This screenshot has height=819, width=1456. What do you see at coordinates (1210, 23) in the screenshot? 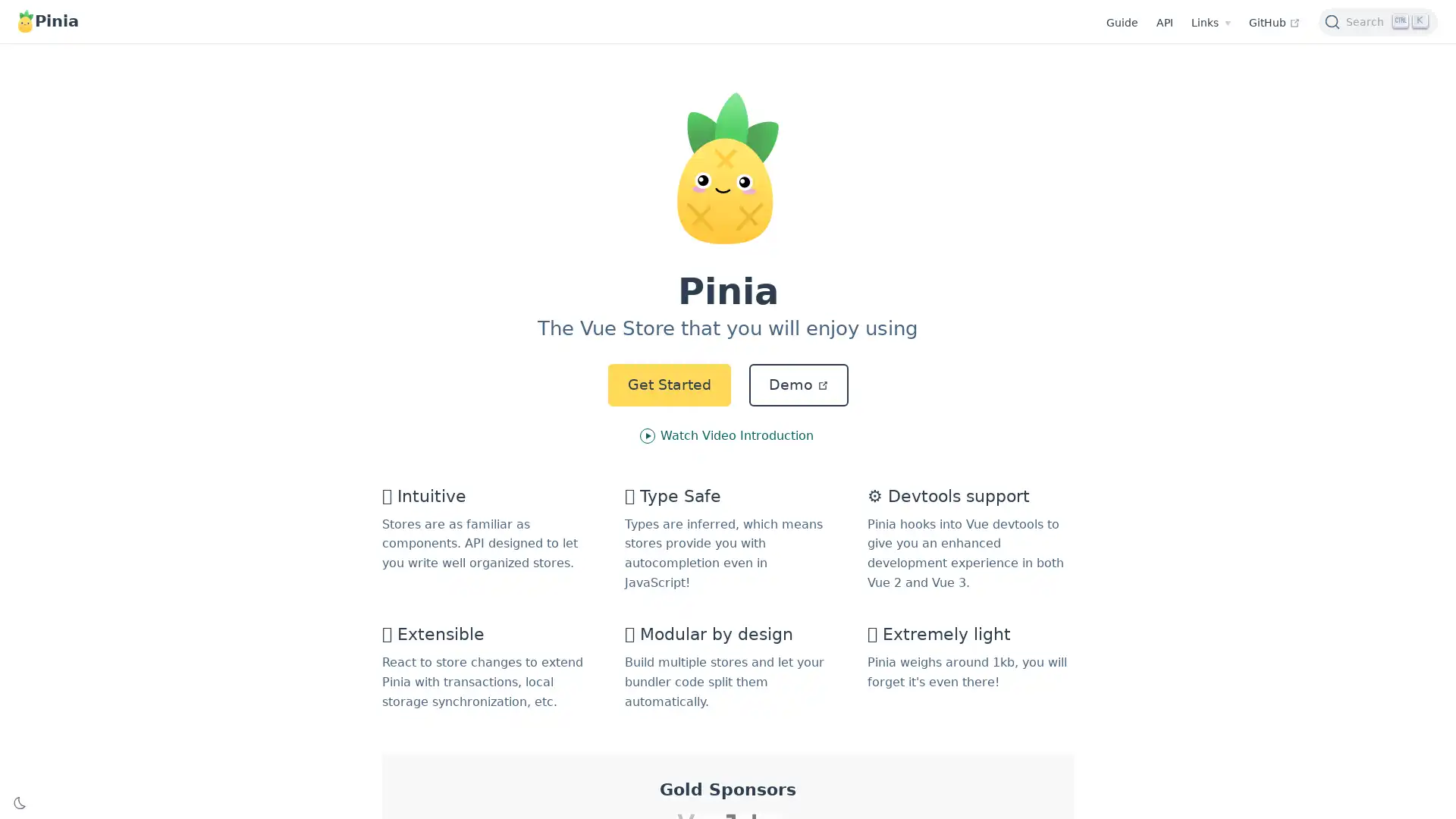
I see `Links` at bounding box center [1210, 23].